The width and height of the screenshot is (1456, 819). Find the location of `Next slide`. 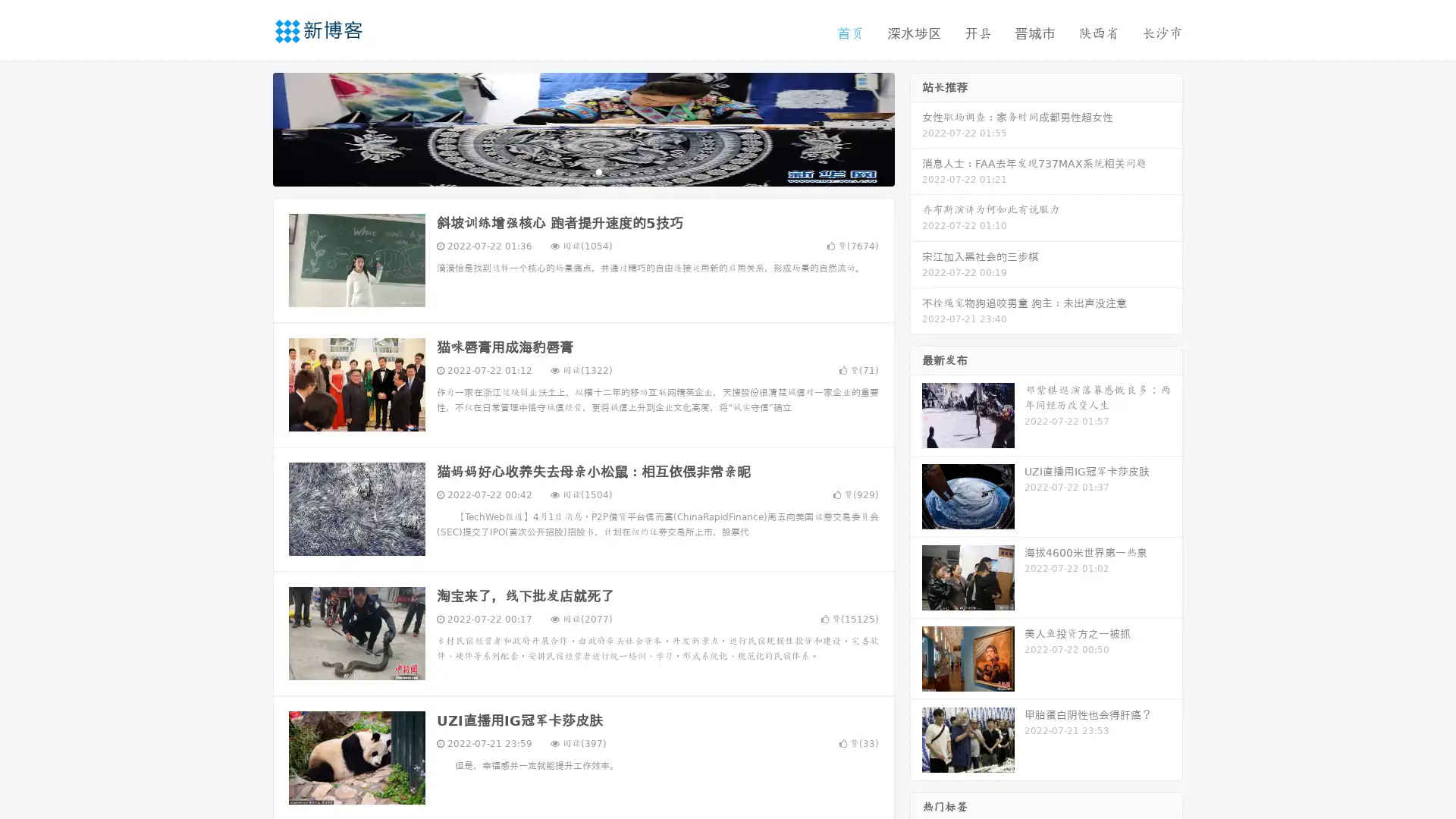

Next slide is located at coordinates (916, 127).